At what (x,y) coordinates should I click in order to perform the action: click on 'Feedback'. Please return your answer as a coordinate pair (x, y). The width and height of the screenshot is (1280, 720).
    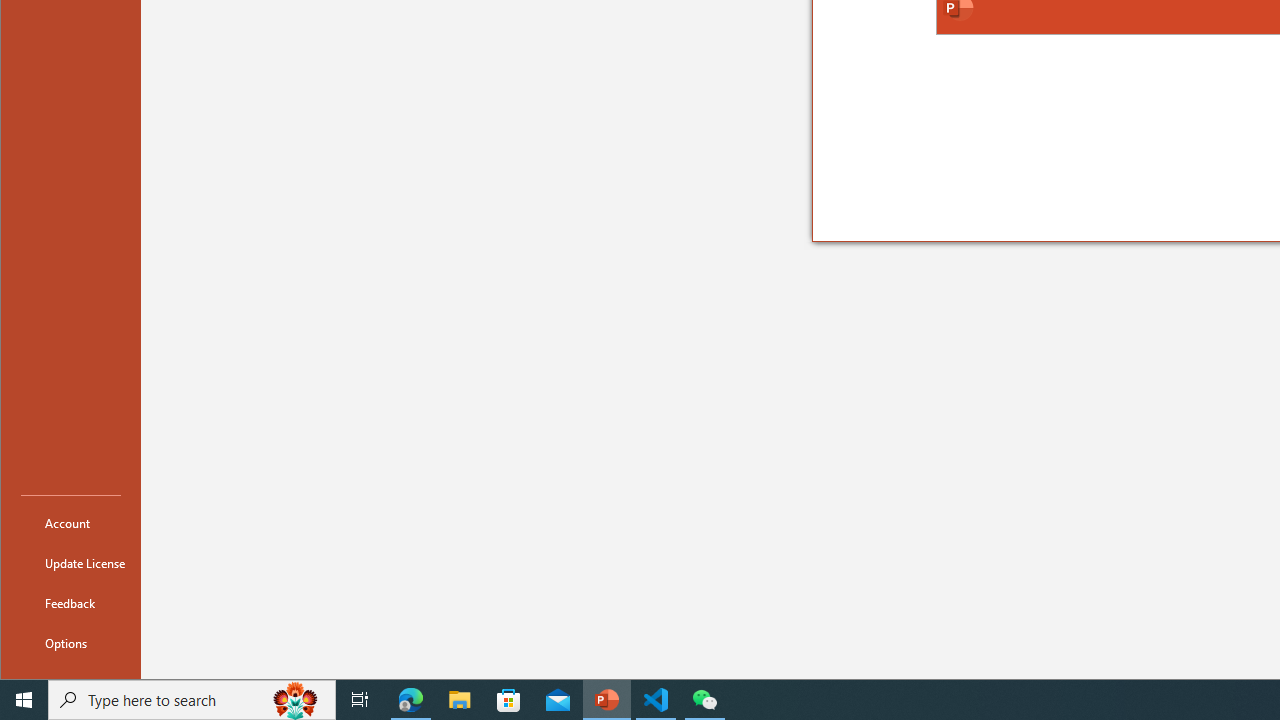
    Looking at the image, I should click on (71, 602).